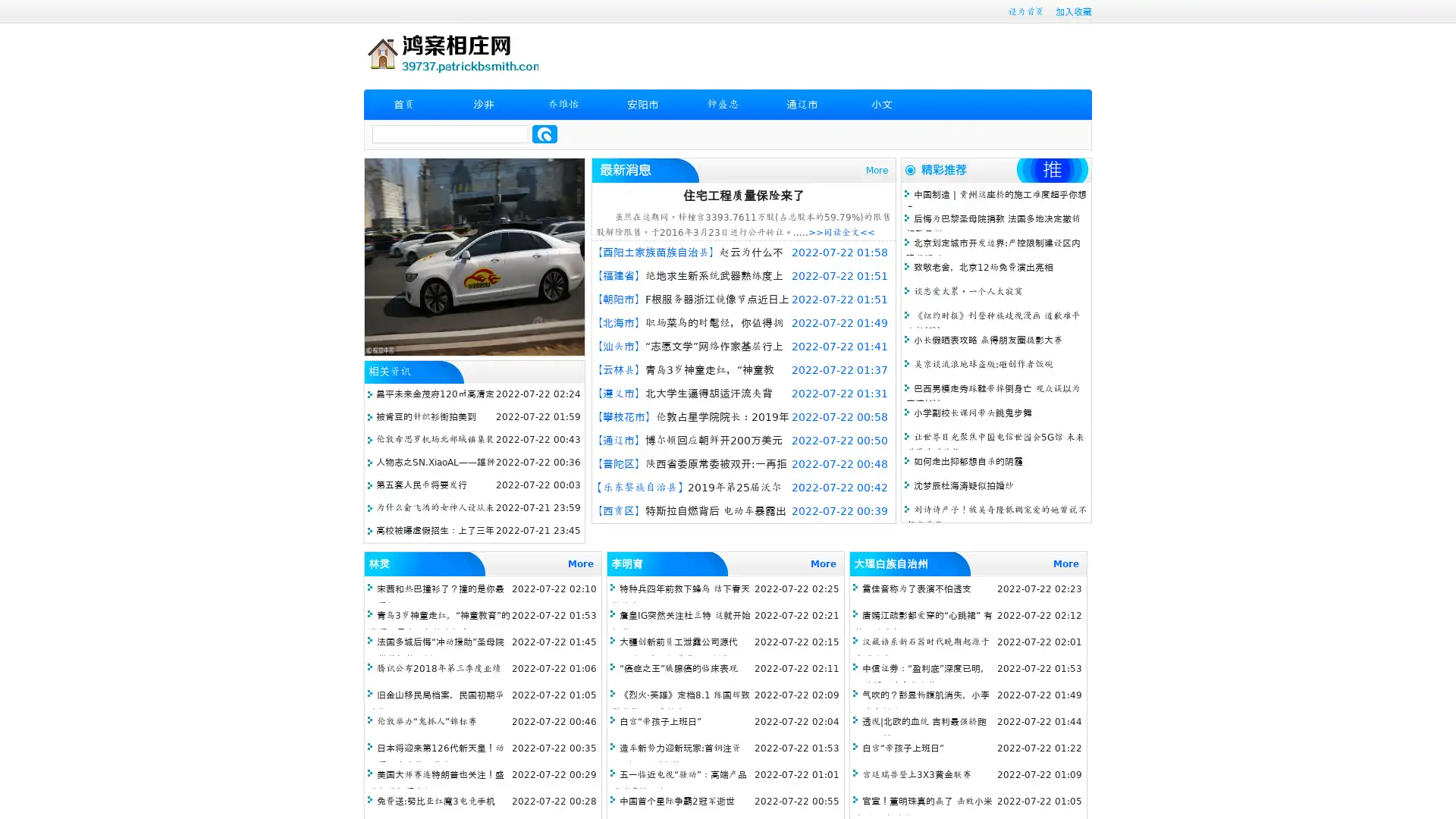  Describe the element at coordinates (544, 133) in the screenshot. I see `Search` at that location.